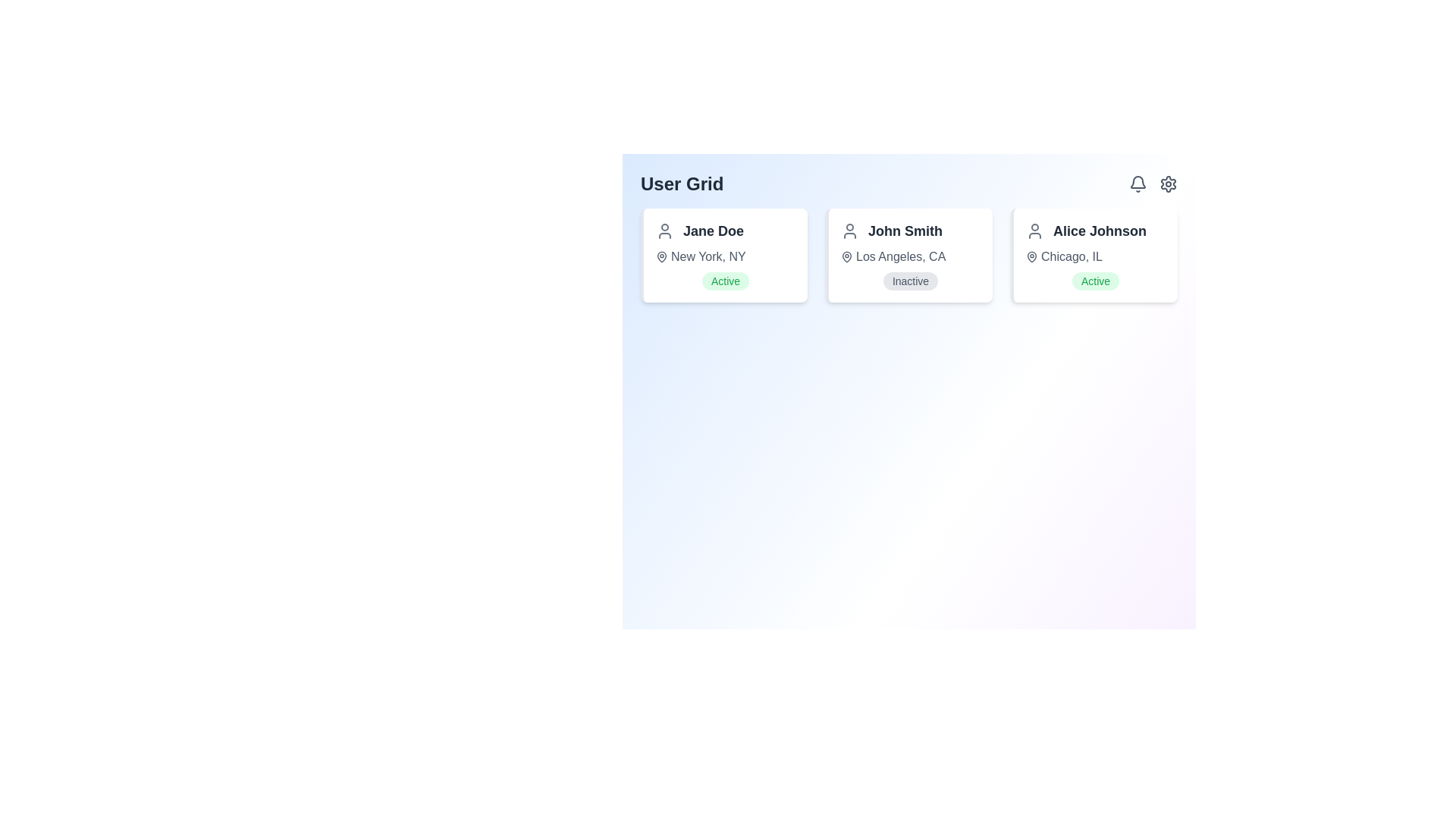  I want to click on text of the label that identifies the user, which is positioned to the right of the user icon and above the description 'Chicago, IL' within the user card context, so click(1100, 231).